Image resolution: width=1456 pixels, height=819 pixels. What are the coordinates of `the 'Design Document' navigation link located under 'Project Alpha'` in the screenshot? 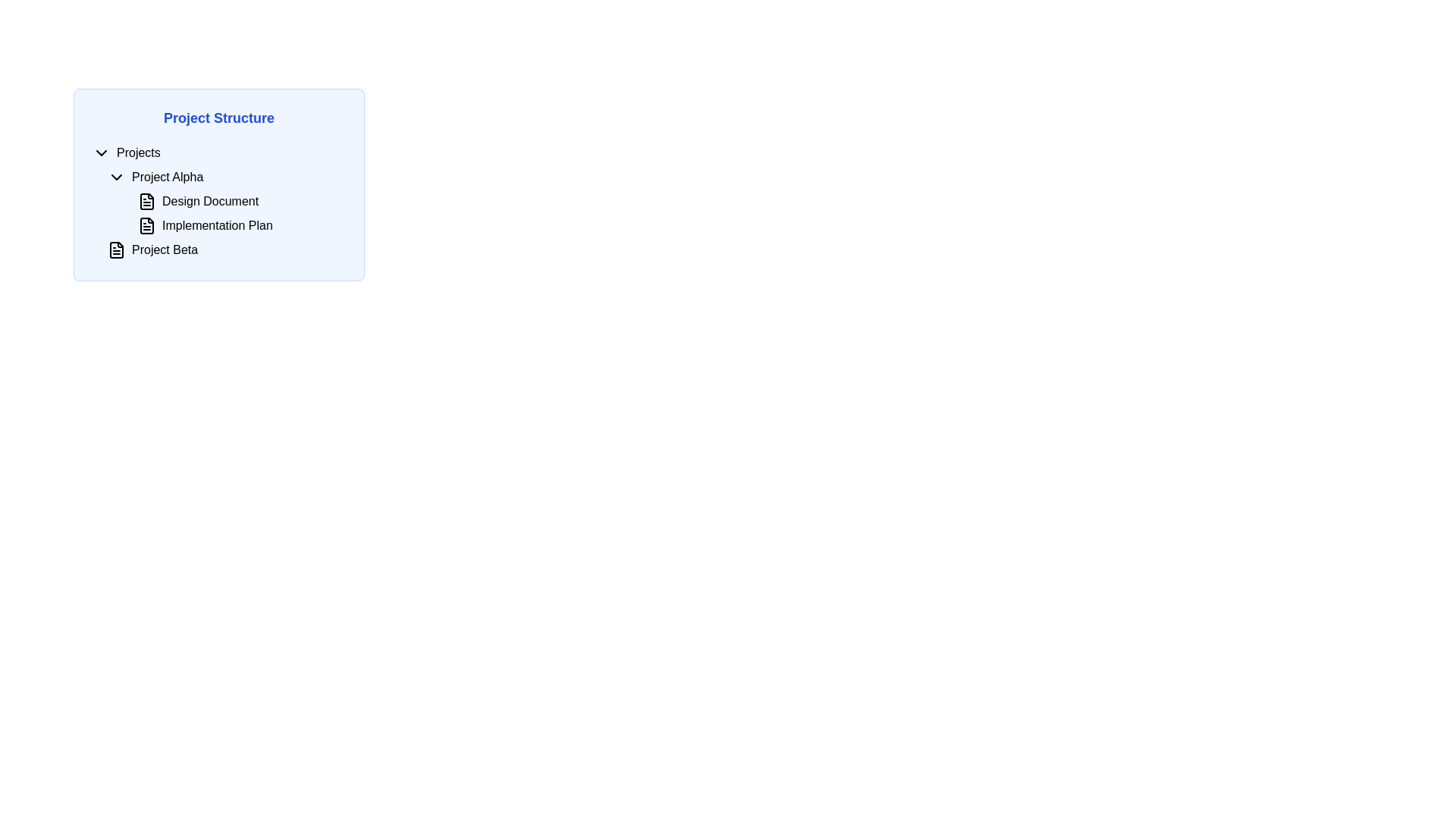 It's located at (240, 201).